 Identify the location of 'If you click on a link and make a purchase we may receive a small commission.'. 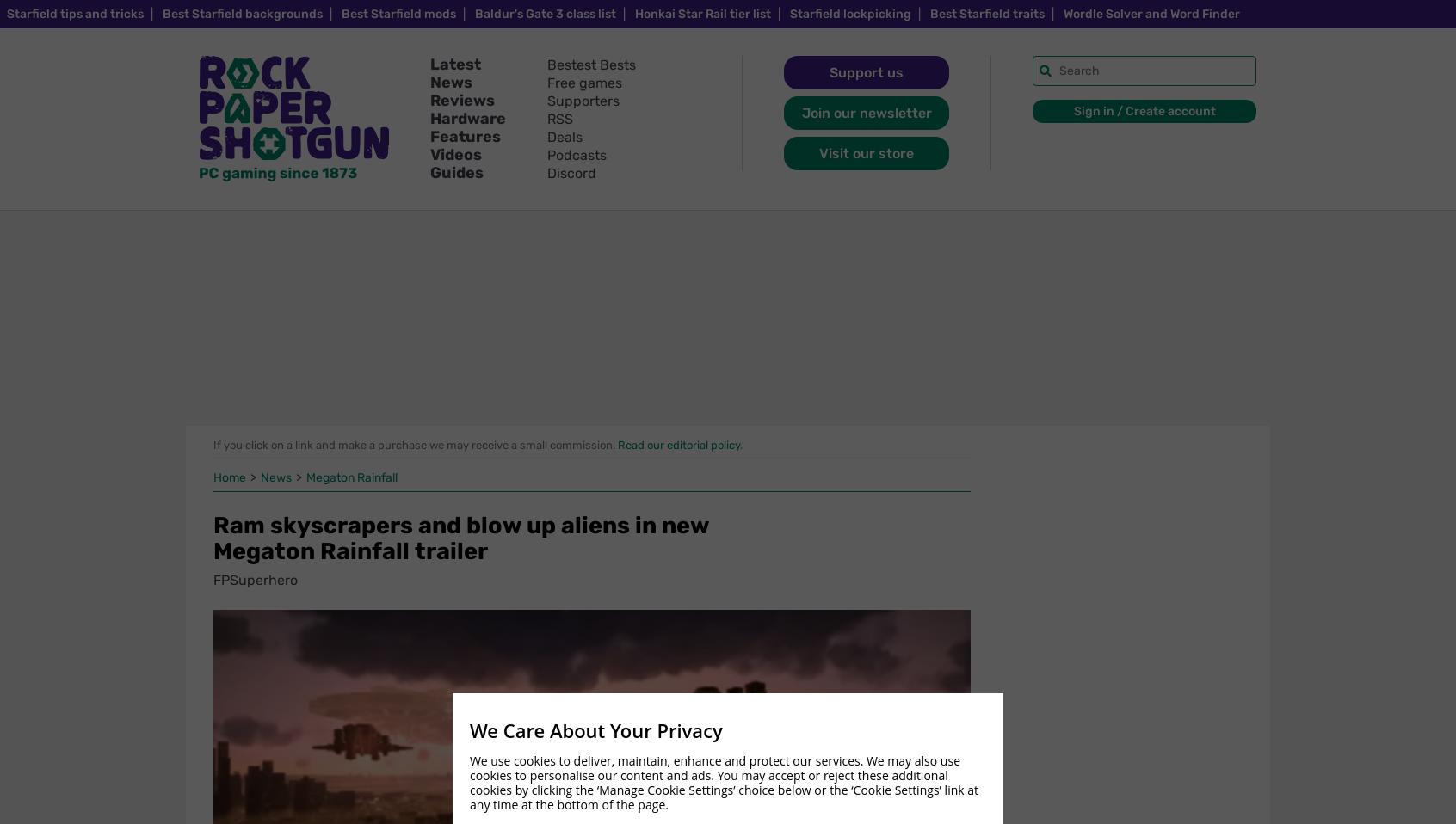
(415, 444).